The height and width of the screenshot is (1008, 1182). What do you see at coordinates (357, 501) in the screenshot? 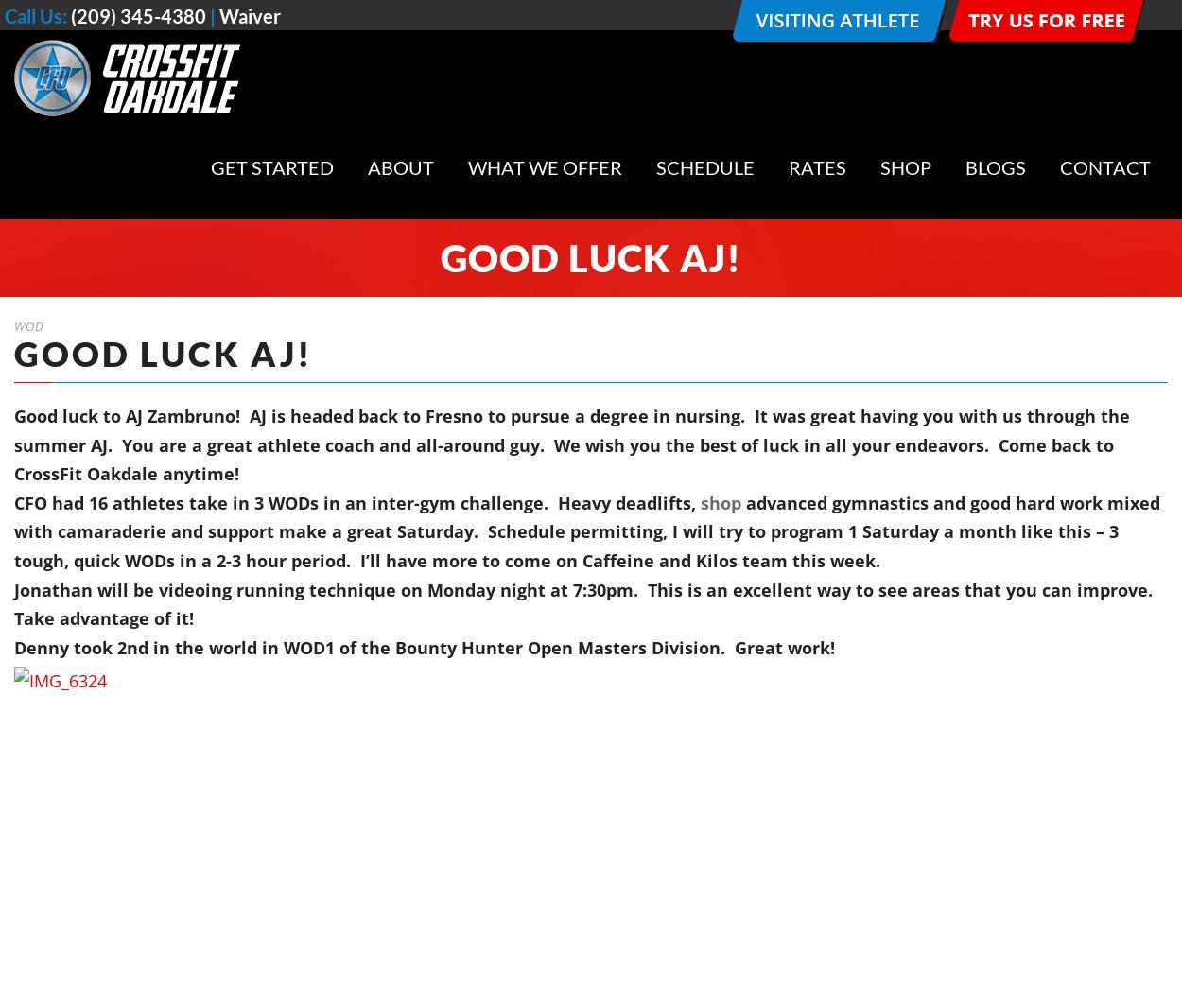
I see `'CFO had 16 athletes take in 3 WODs in an inter-gym challenge.  Heavy deadlifts,'` at bounding box center [357, 501].